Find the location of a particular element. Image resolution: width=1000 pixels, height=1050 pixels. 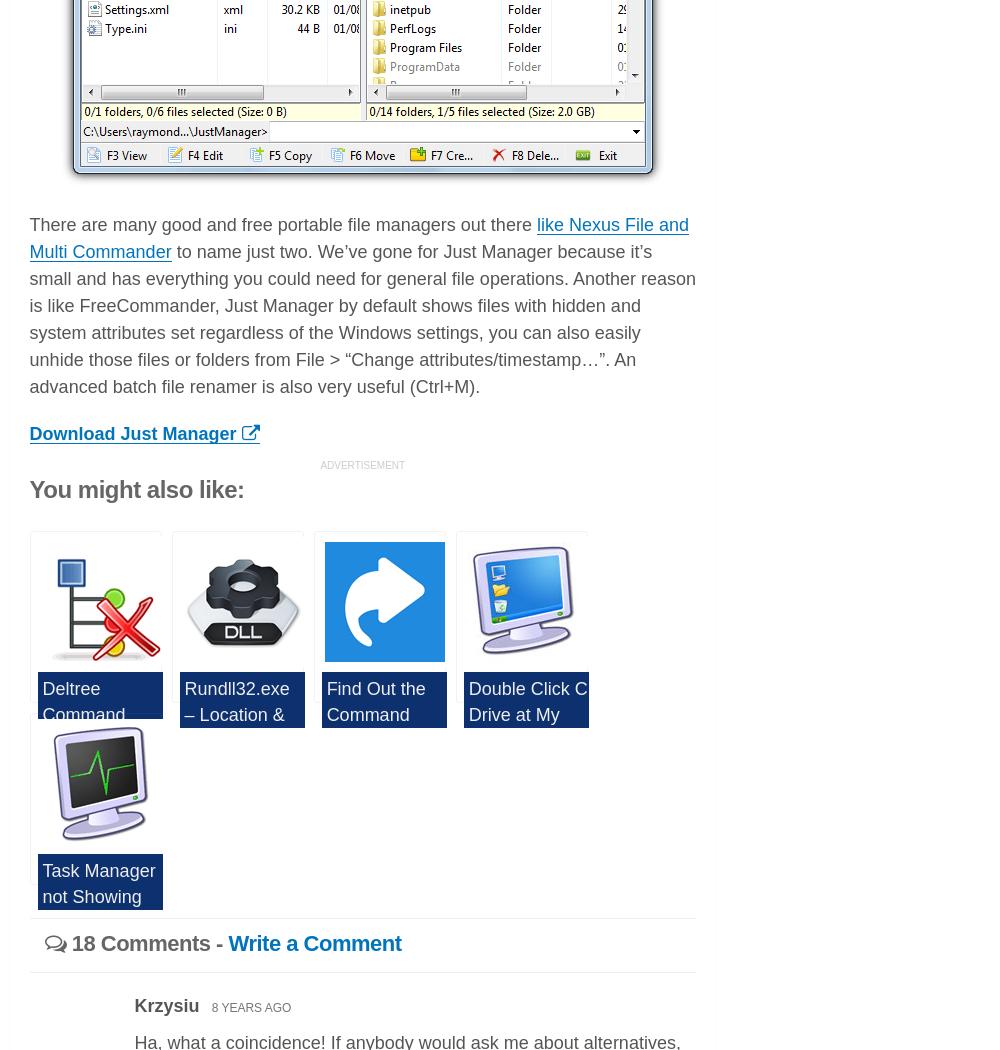

'Deltree Command Replacement in Windows: How to Setup' is located at coordinates (42, 738).